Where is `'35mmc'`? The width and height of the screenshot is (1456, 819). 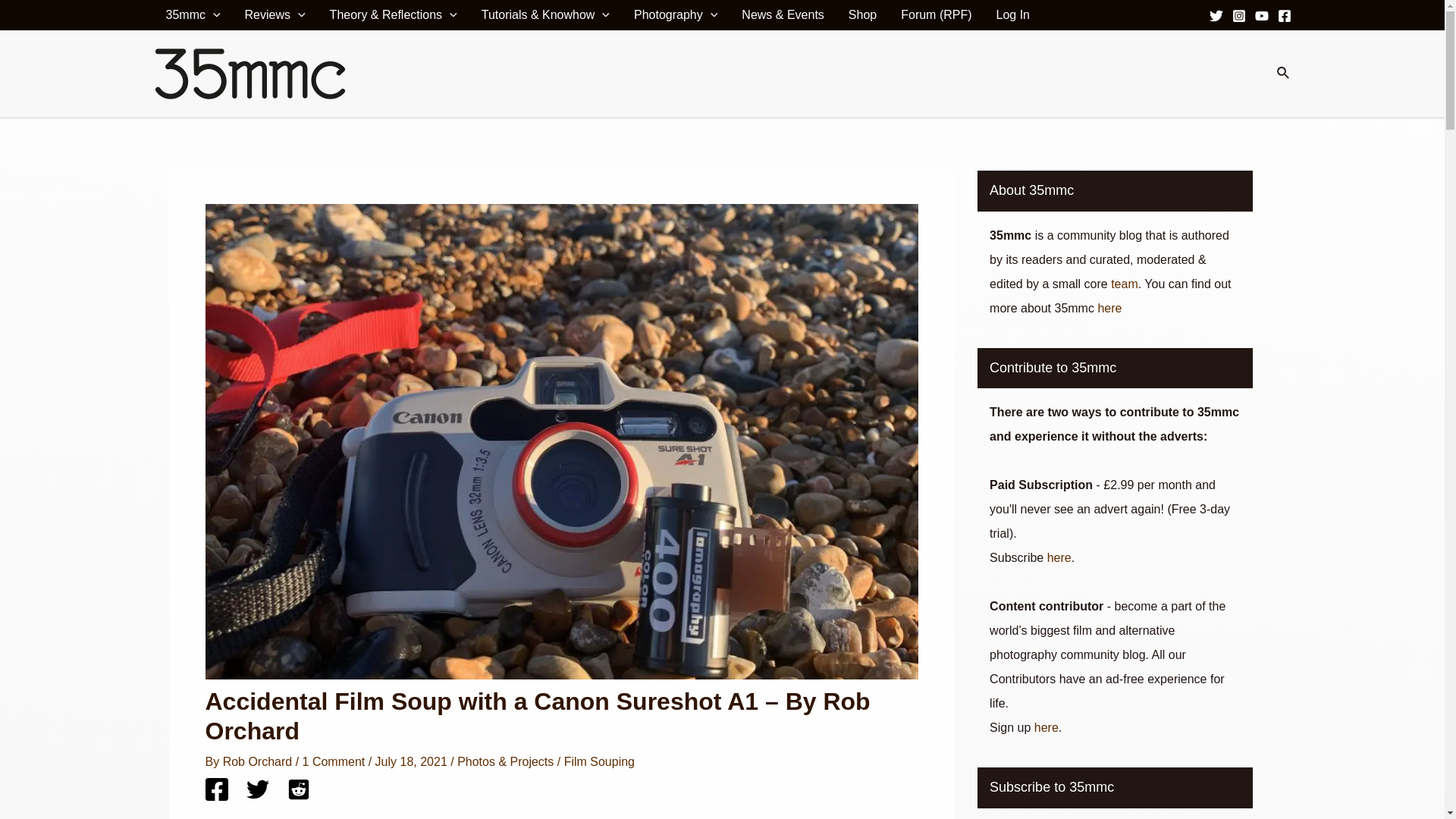
'35mmc' is located at coordinates (192, 14).